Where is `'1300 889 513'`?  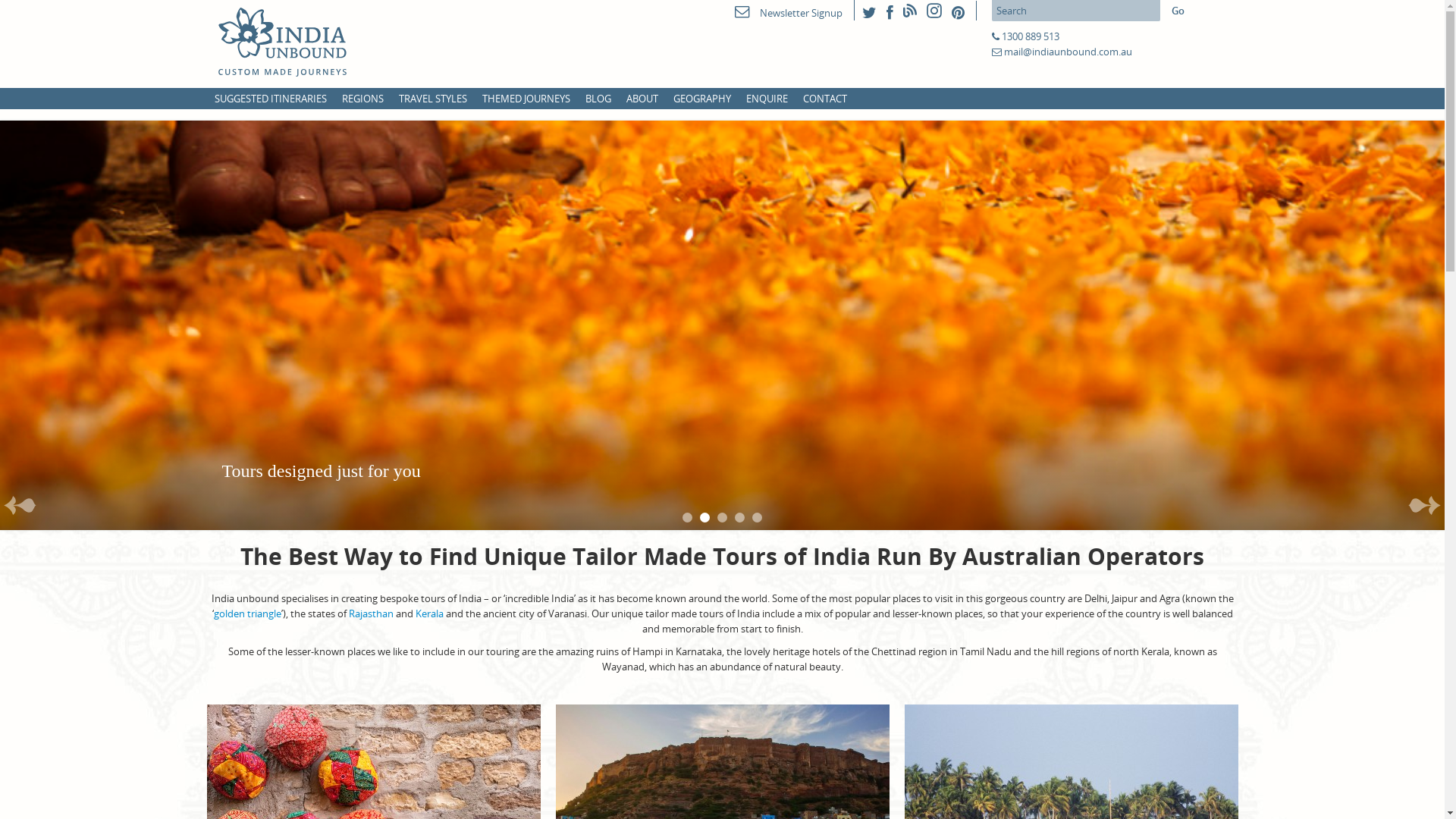 '1300 889 513' is located at coordinates (1030, 35).